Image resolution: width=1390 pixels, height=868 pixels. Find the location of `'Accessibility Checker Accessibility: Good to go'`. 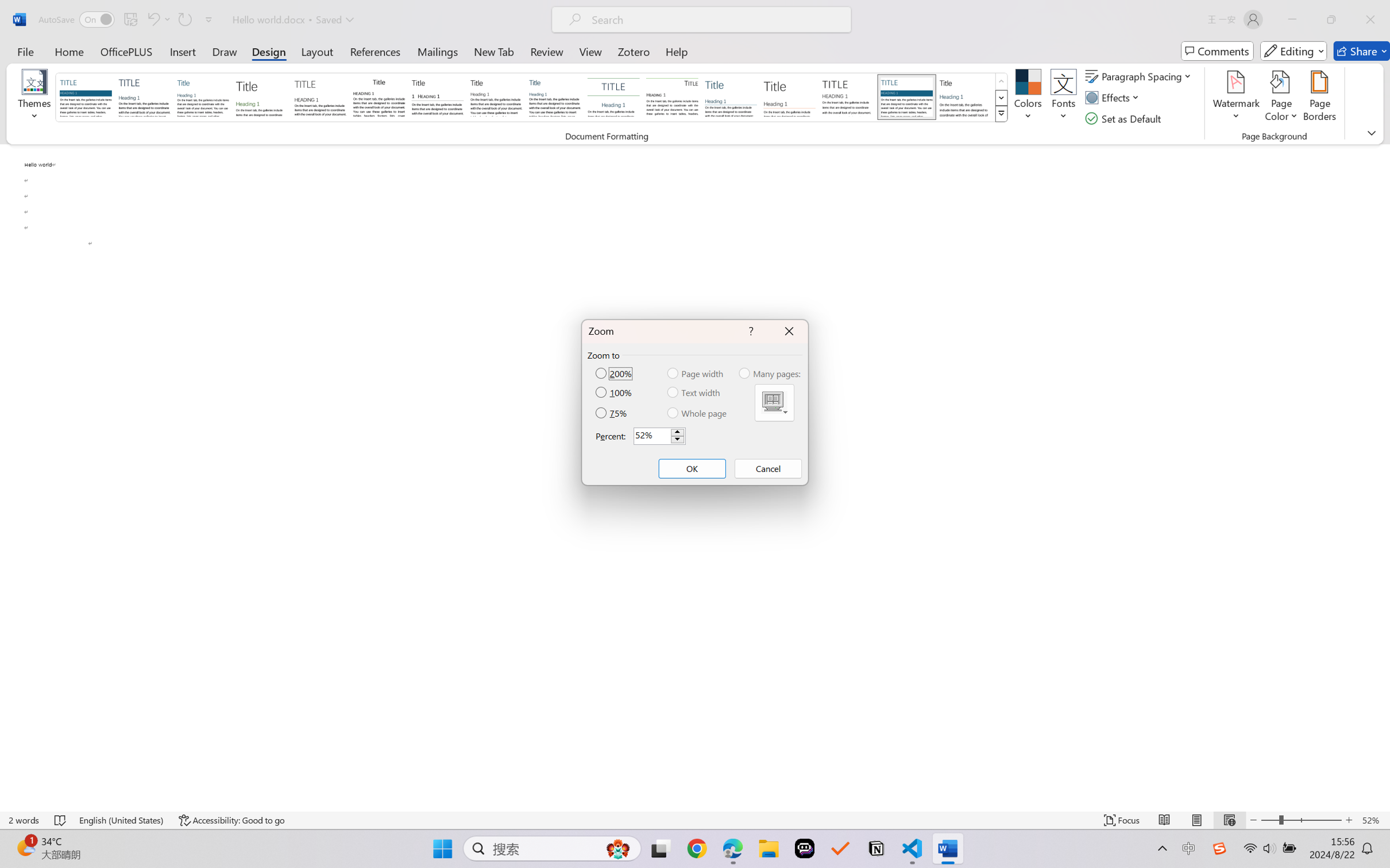

'Accessibility Checker Accessibility: Good to go' is located at coordinates (231, 820).